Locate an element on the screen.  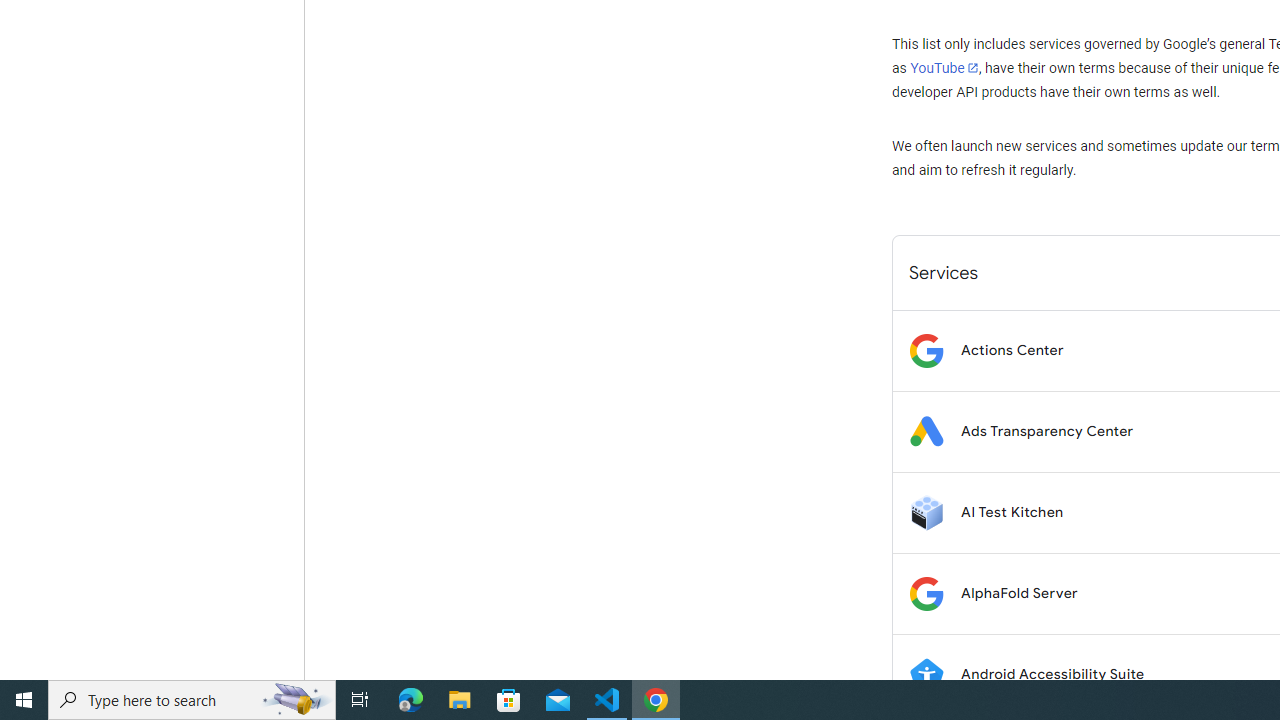
'Logo for AI Test Kitchen' is located at coordinates (925, 511).